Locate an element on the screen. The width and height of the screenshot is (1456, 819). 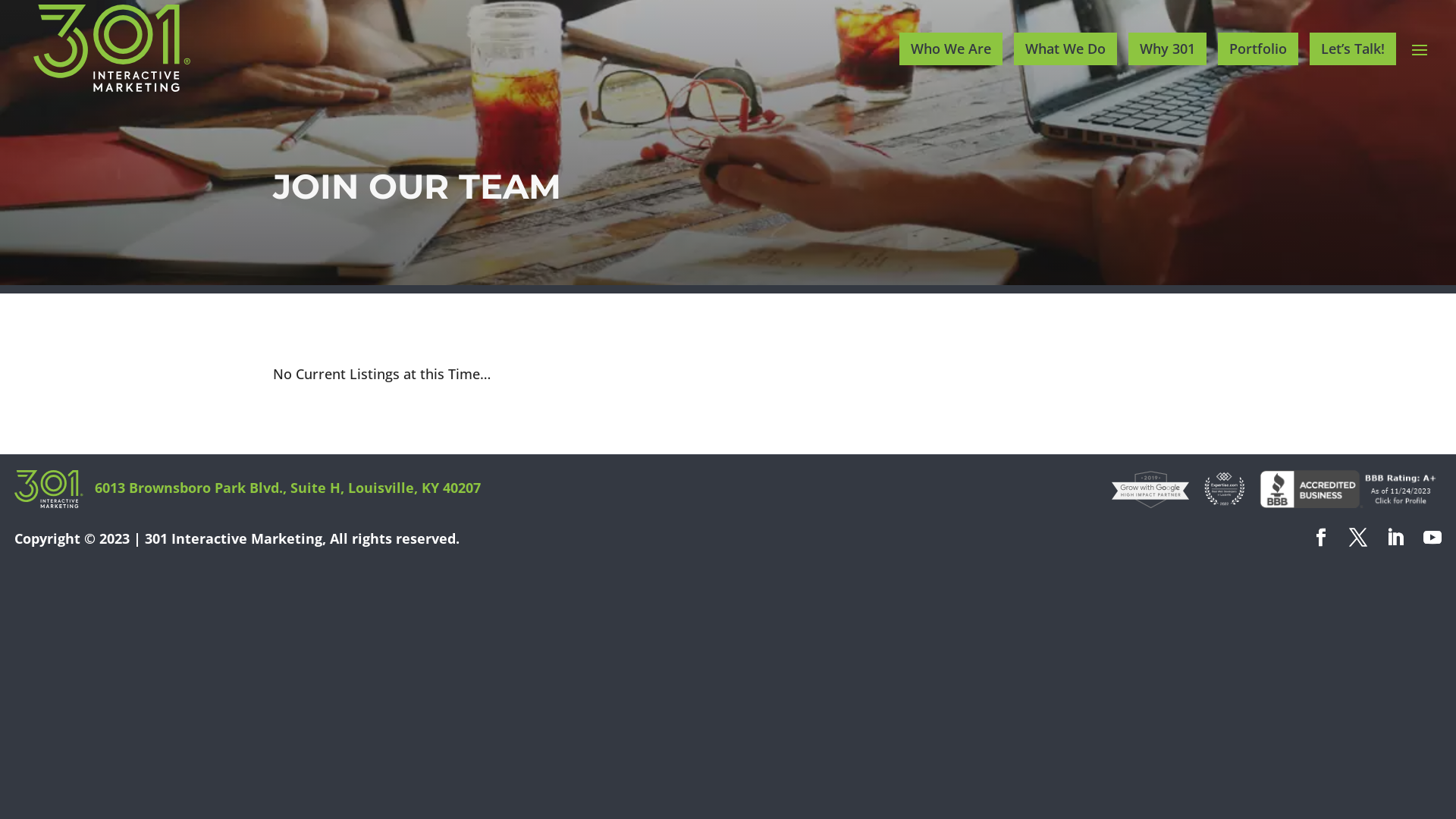
'Portfolio' is located at coordinates (1258, 48).